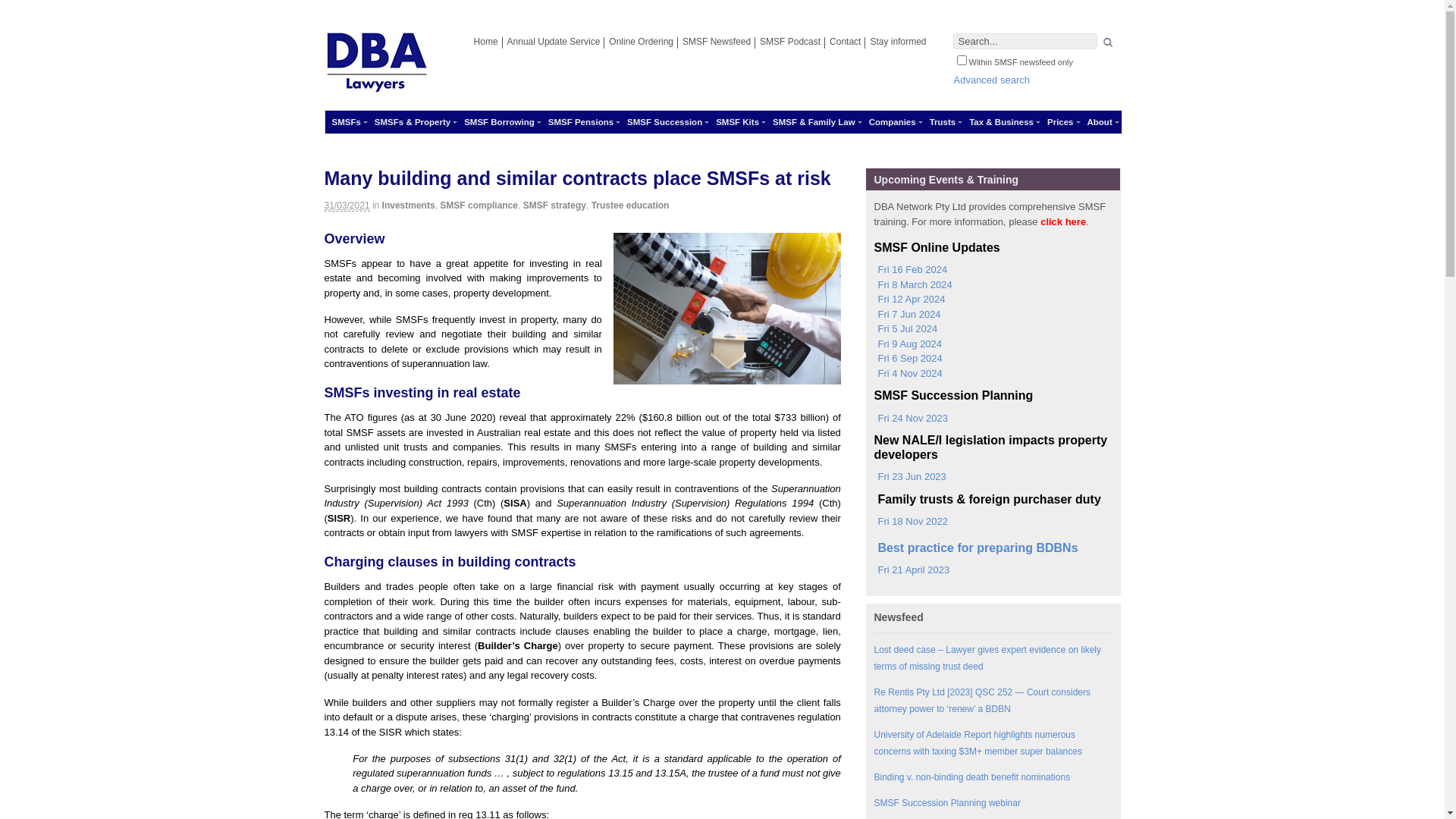 Image resolution: width=1456 pixels, height=819 pixels. Describe the element at coordinates (486, 41) in the screenshot. I see `'Home'` at that location.